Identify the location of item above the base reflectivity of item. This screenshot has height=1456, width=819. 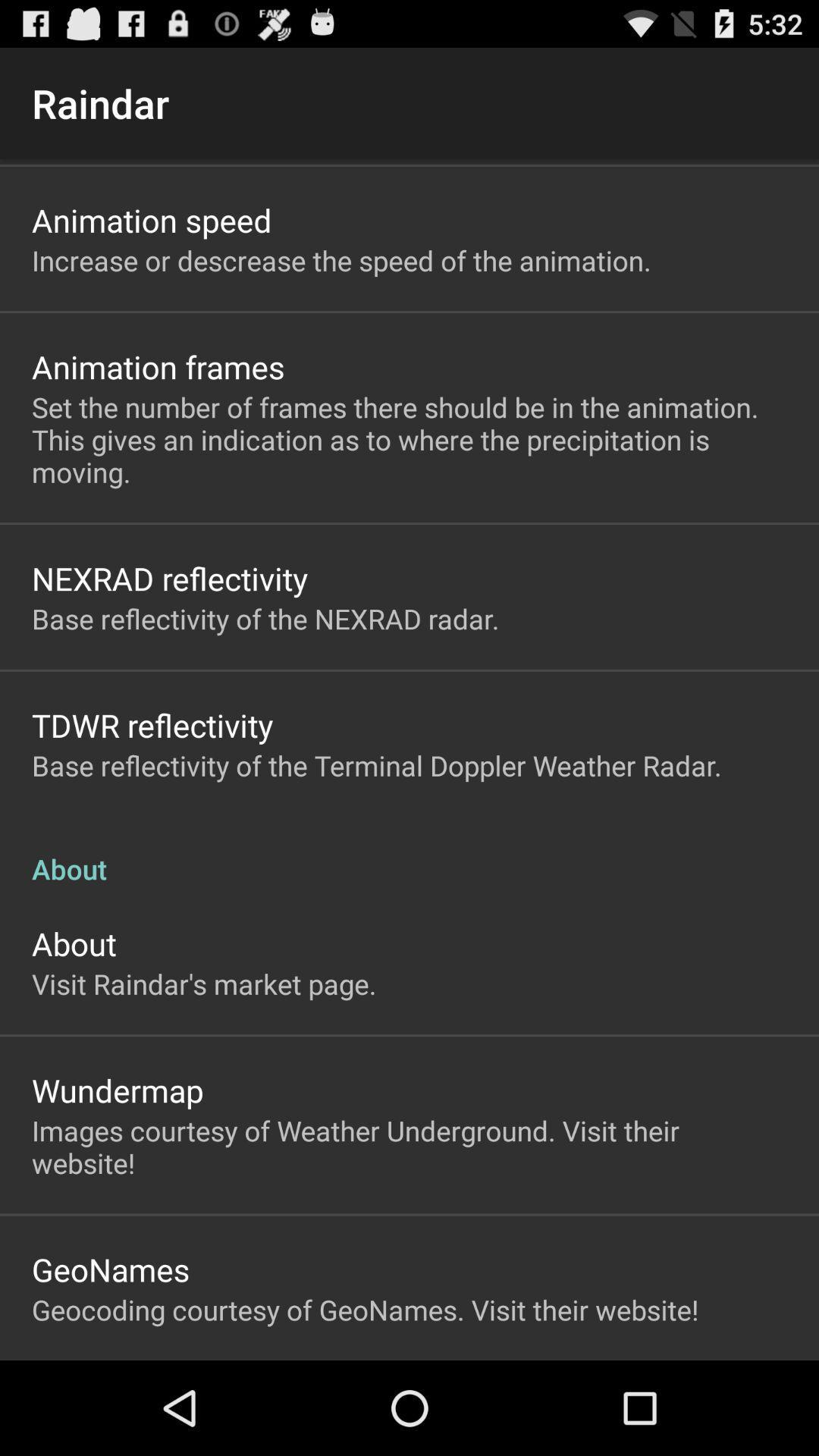
(152, 724).